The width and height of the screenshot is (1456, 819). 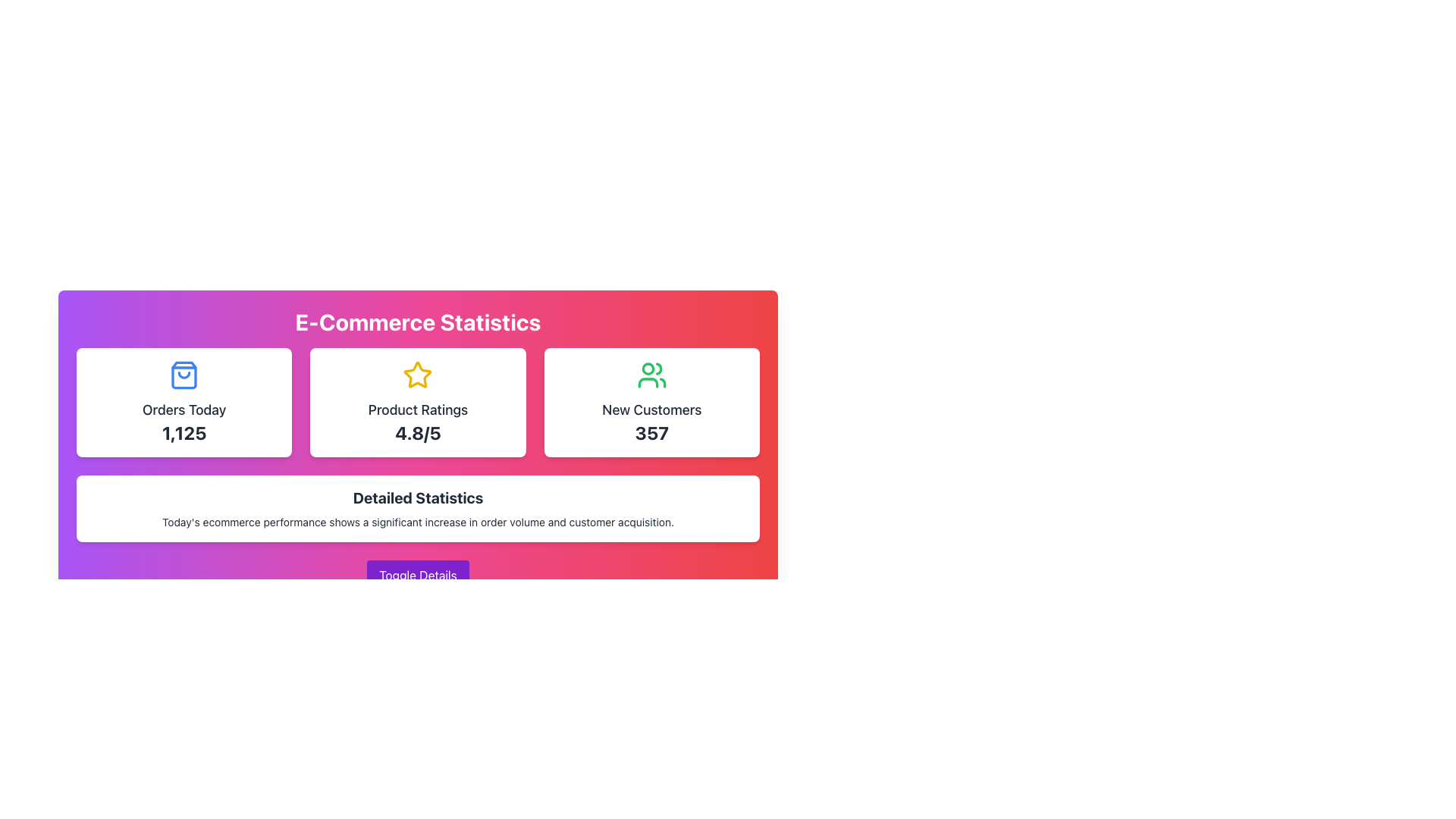 I want to click on the interactive button located at the bottom of the card under the 'Detailed Statistics' section, so click(x=418, y=576).